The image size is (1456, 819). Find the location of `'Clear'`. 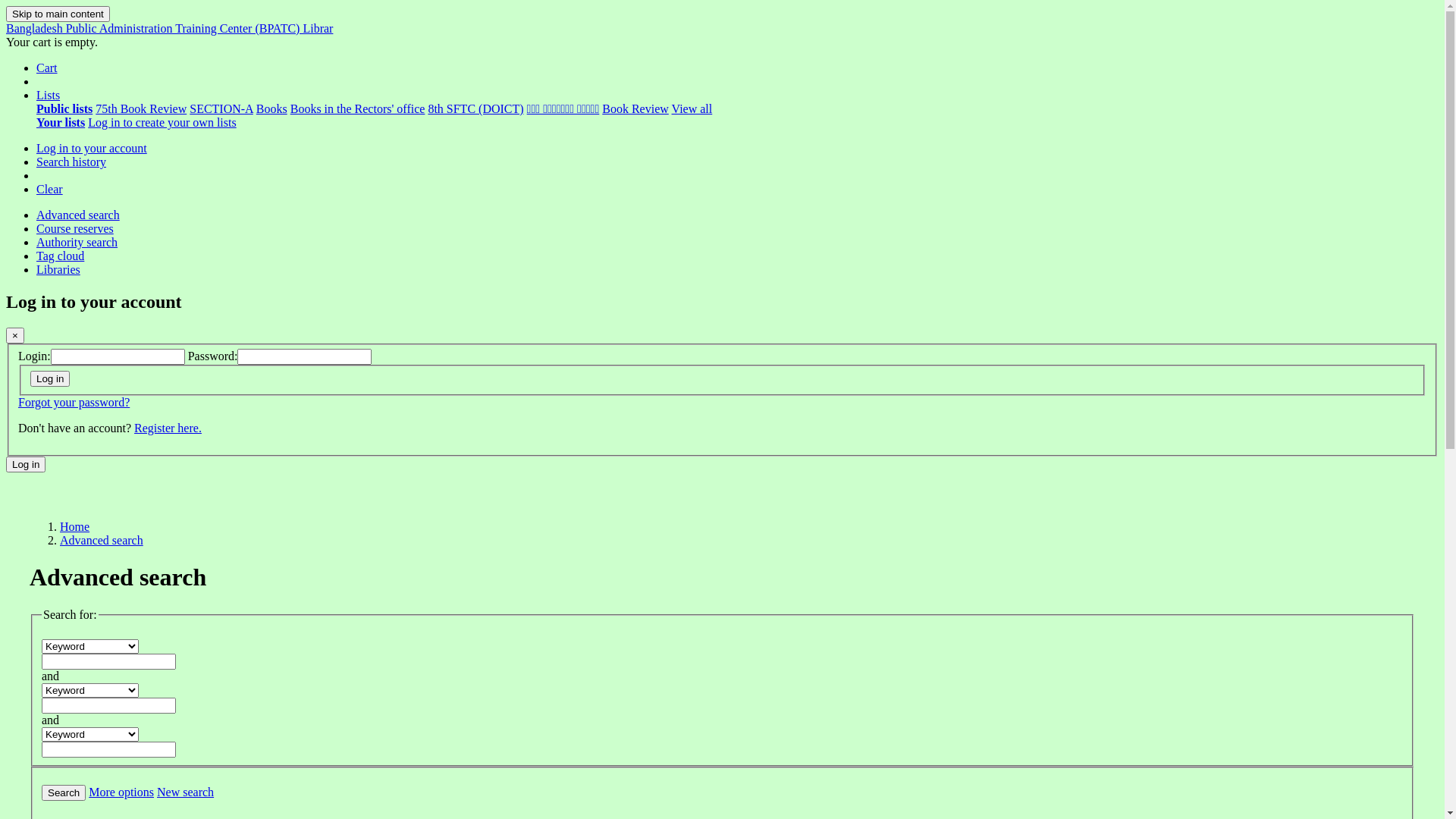

'Clear' is located at coordinates (36, 188).